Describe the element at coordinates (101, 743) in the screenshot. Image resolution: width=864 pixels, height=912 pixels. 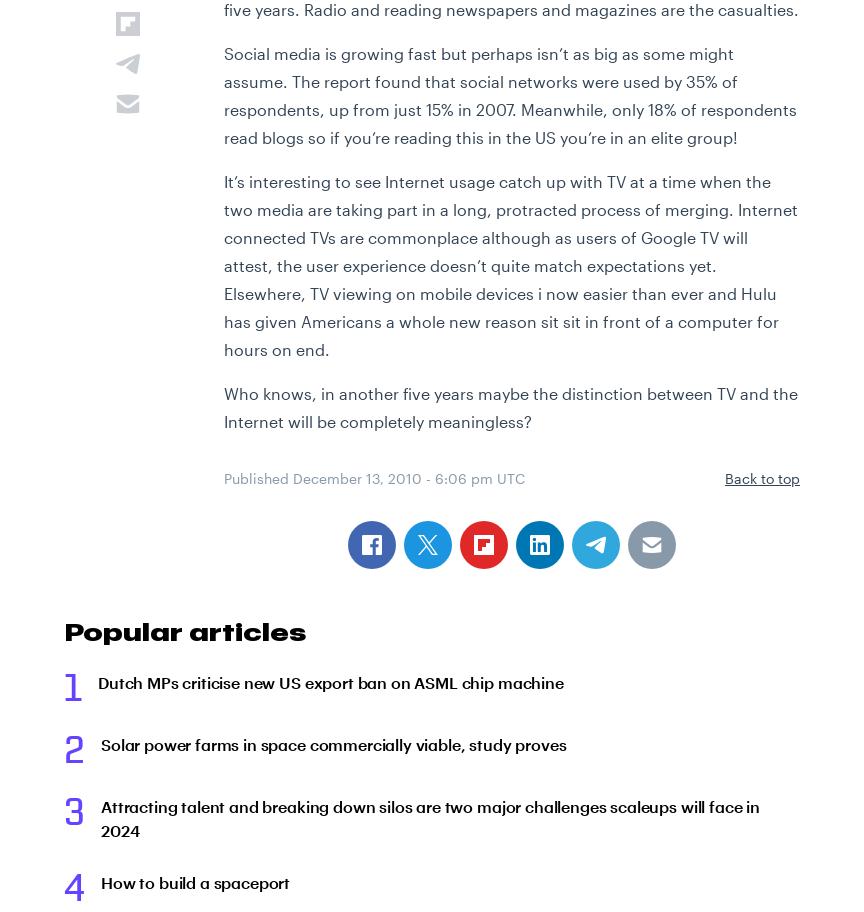
I see `'Solar power farms in space commercially viable, study proves'` at that location.